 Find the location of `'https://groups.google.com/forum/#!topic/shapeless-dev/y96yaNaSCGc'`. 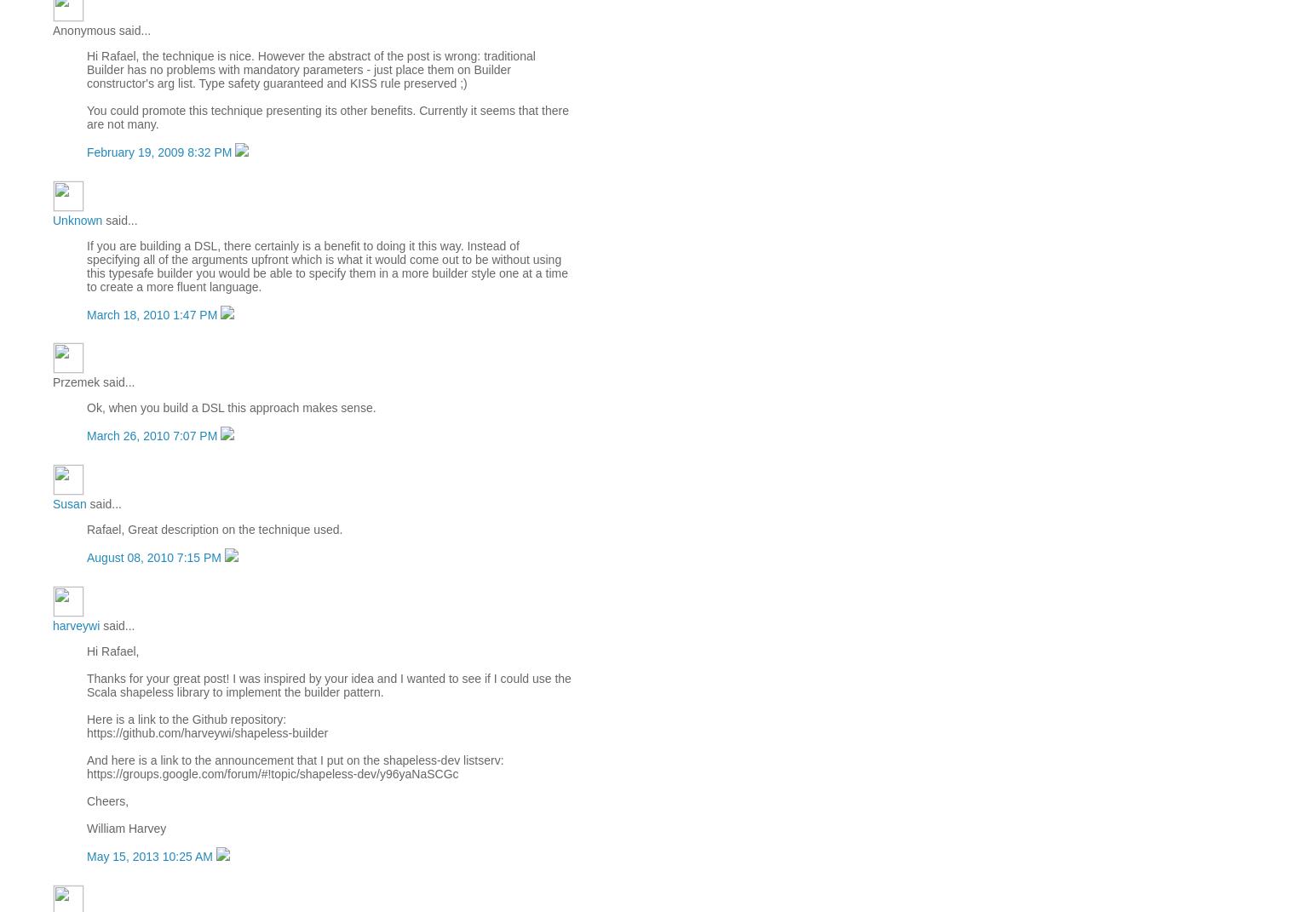

'https://groups.google.com/forum/#!topic/shapeless-dev/y96yaNaSCGc' is located at coordinates (271, 773).